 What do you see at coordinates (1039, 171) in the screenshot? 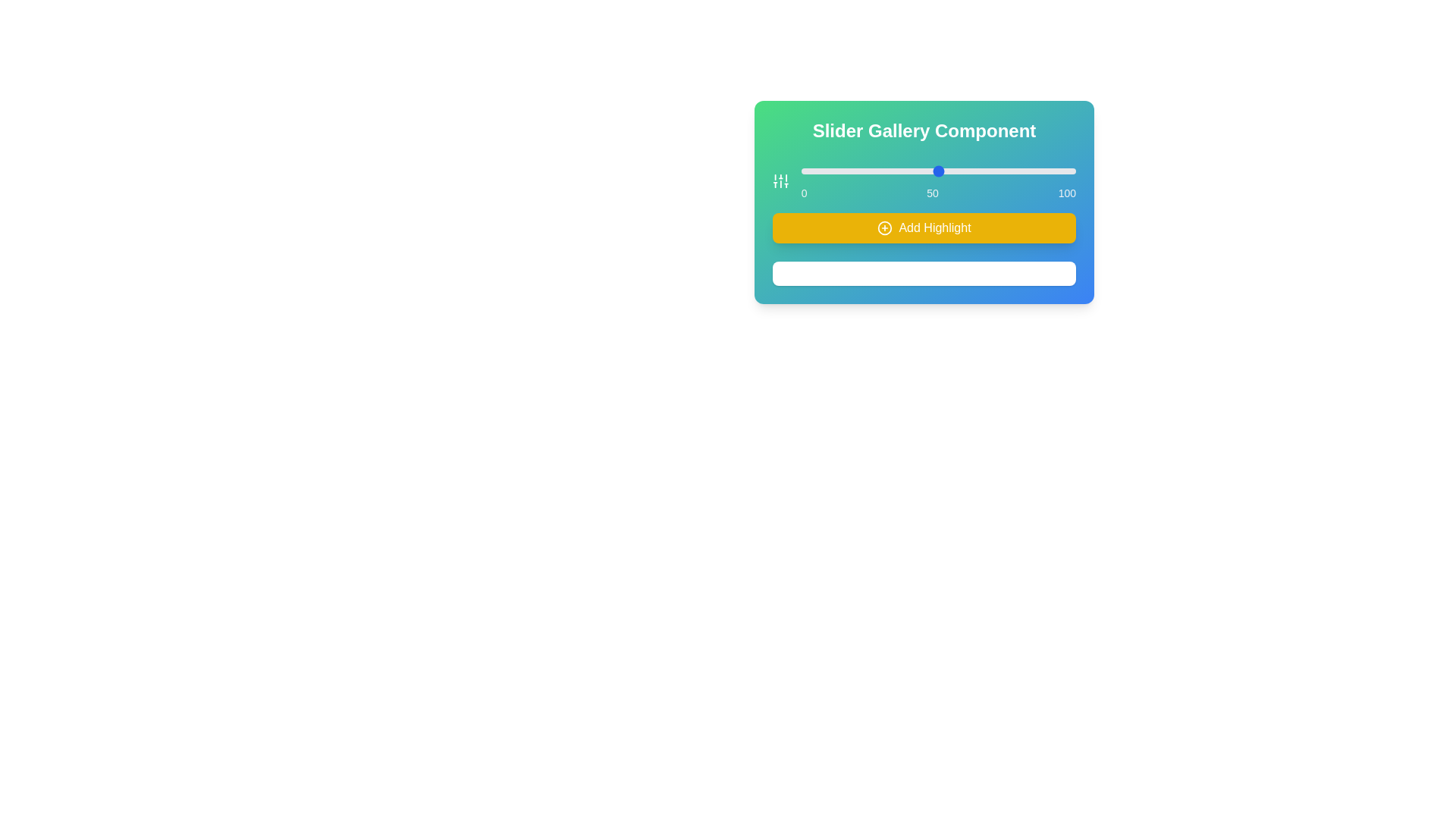
I see `the slider value` at bounding box center [1039, 171].